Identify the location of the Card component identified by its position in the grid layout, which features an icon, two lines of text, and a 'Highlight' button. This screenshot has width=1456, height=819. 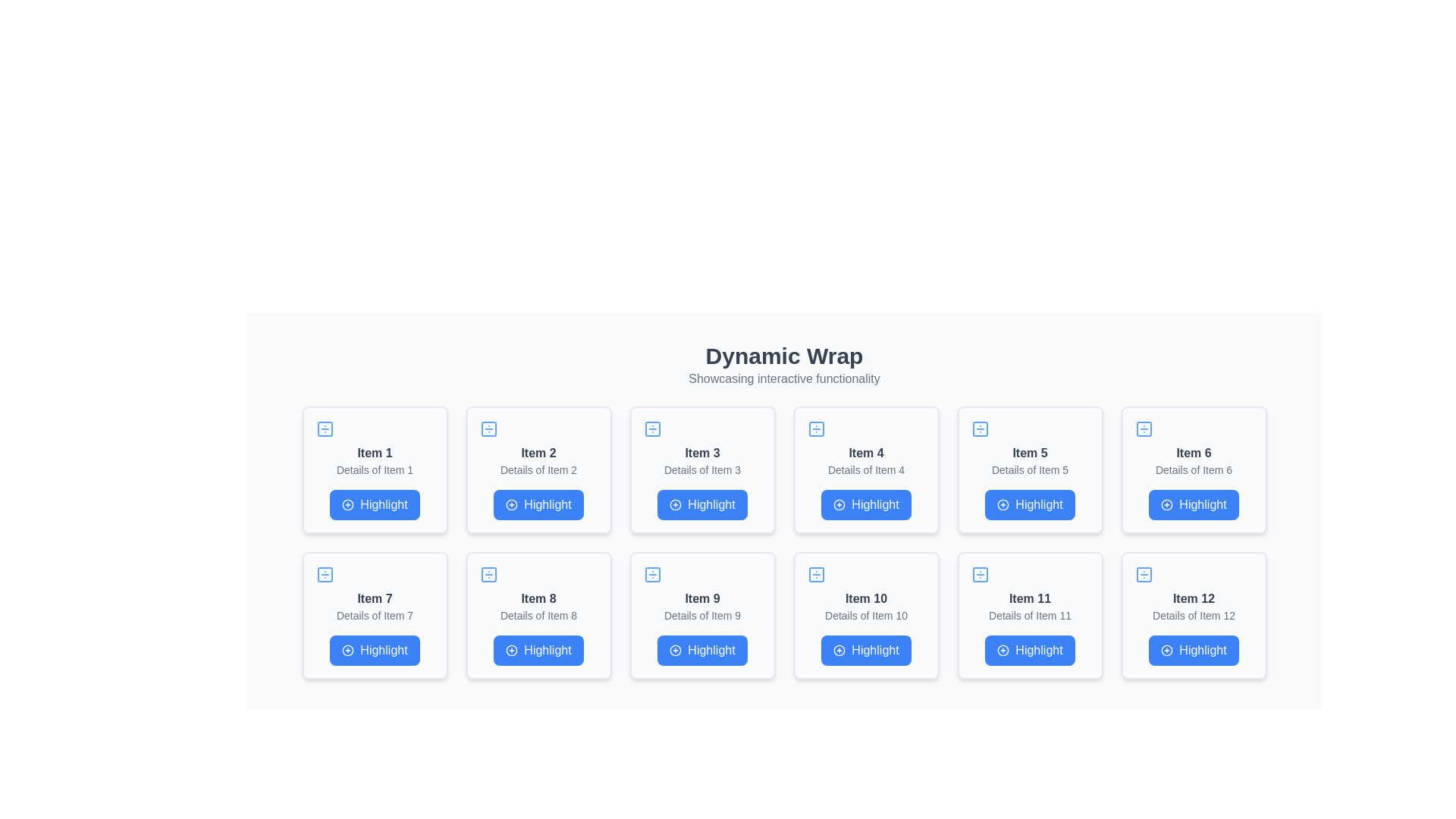
(538, 616).